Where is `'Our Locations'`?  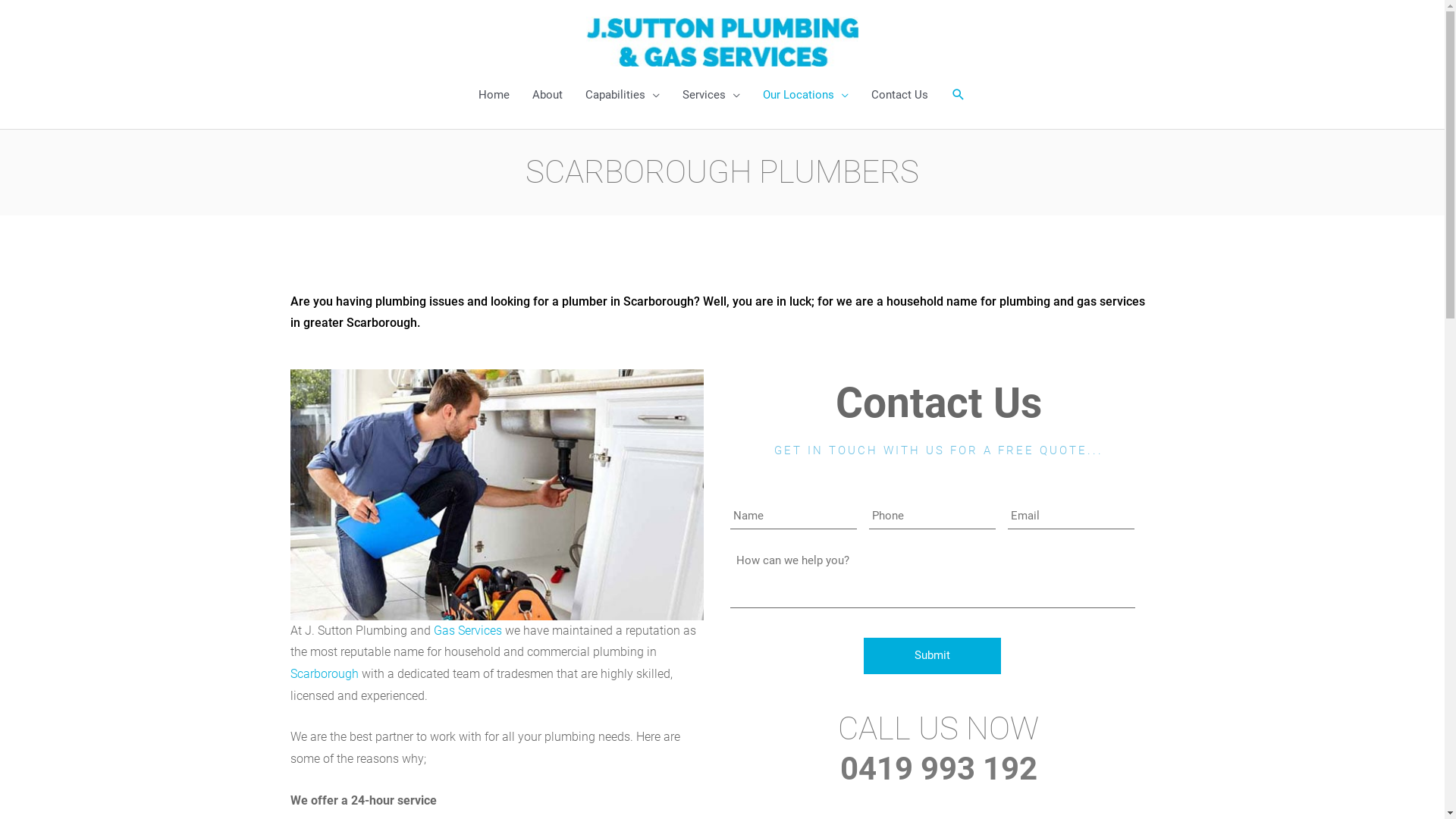 'Our Locations' is located at coordinates (805, 94).